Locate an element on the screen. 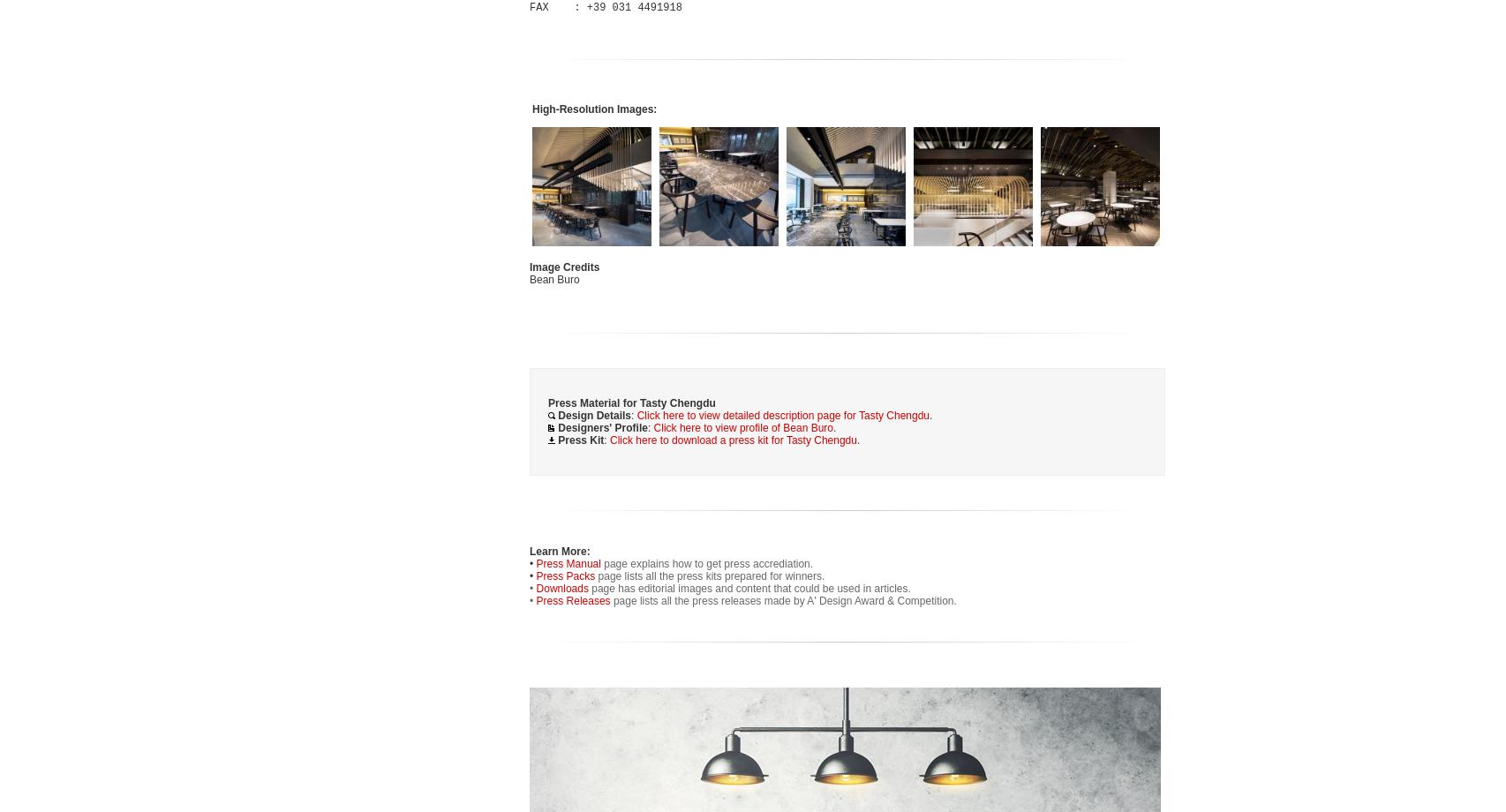 This screenshot has width=1506, height=812. 'page explains how to get press accrediation.' is located at coordinates (707, 563).